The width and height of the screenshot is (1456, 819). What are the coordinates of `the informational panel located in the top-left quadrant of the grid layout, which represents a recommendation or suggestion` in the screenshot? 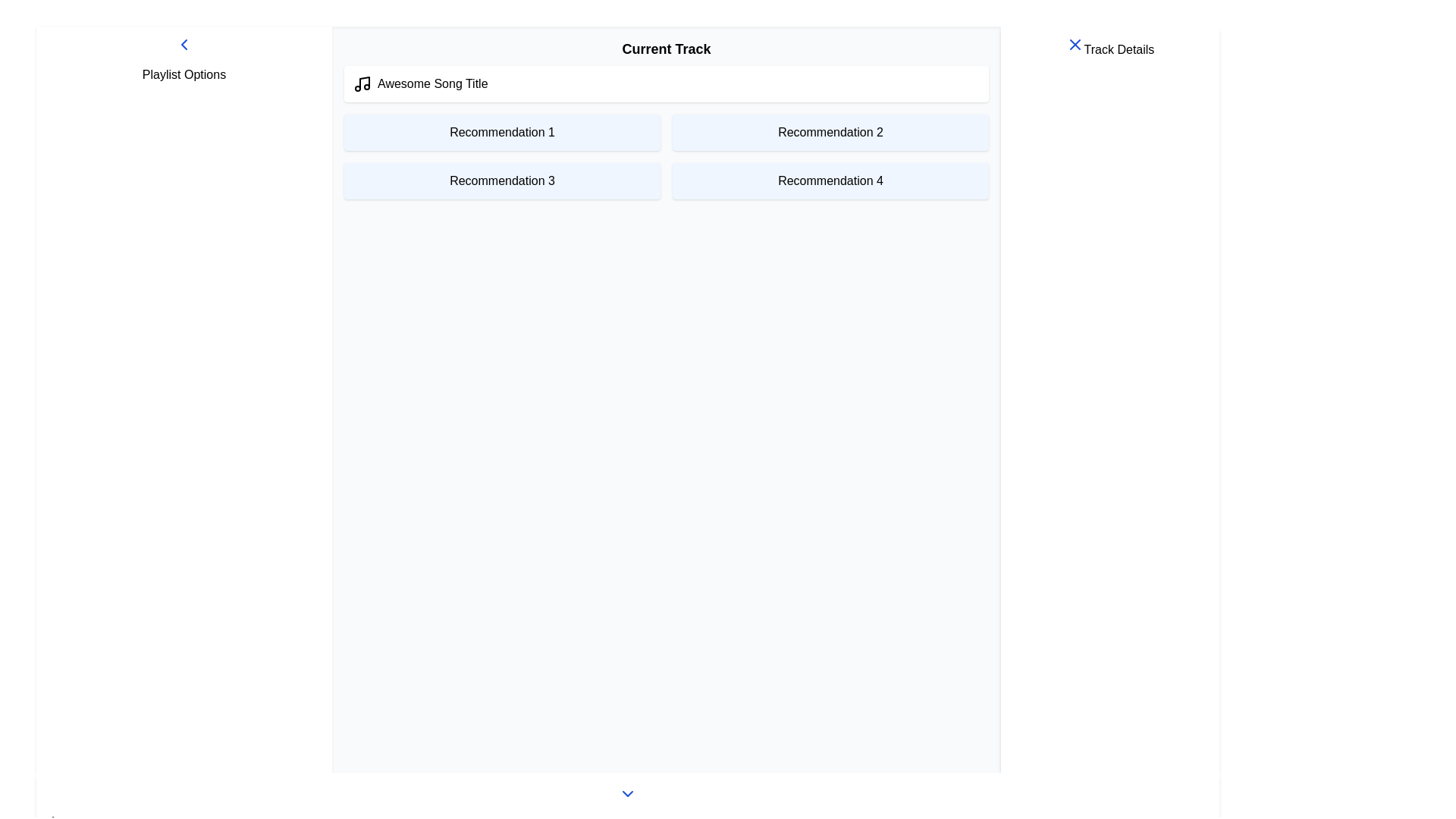 It's located at (502, 131).